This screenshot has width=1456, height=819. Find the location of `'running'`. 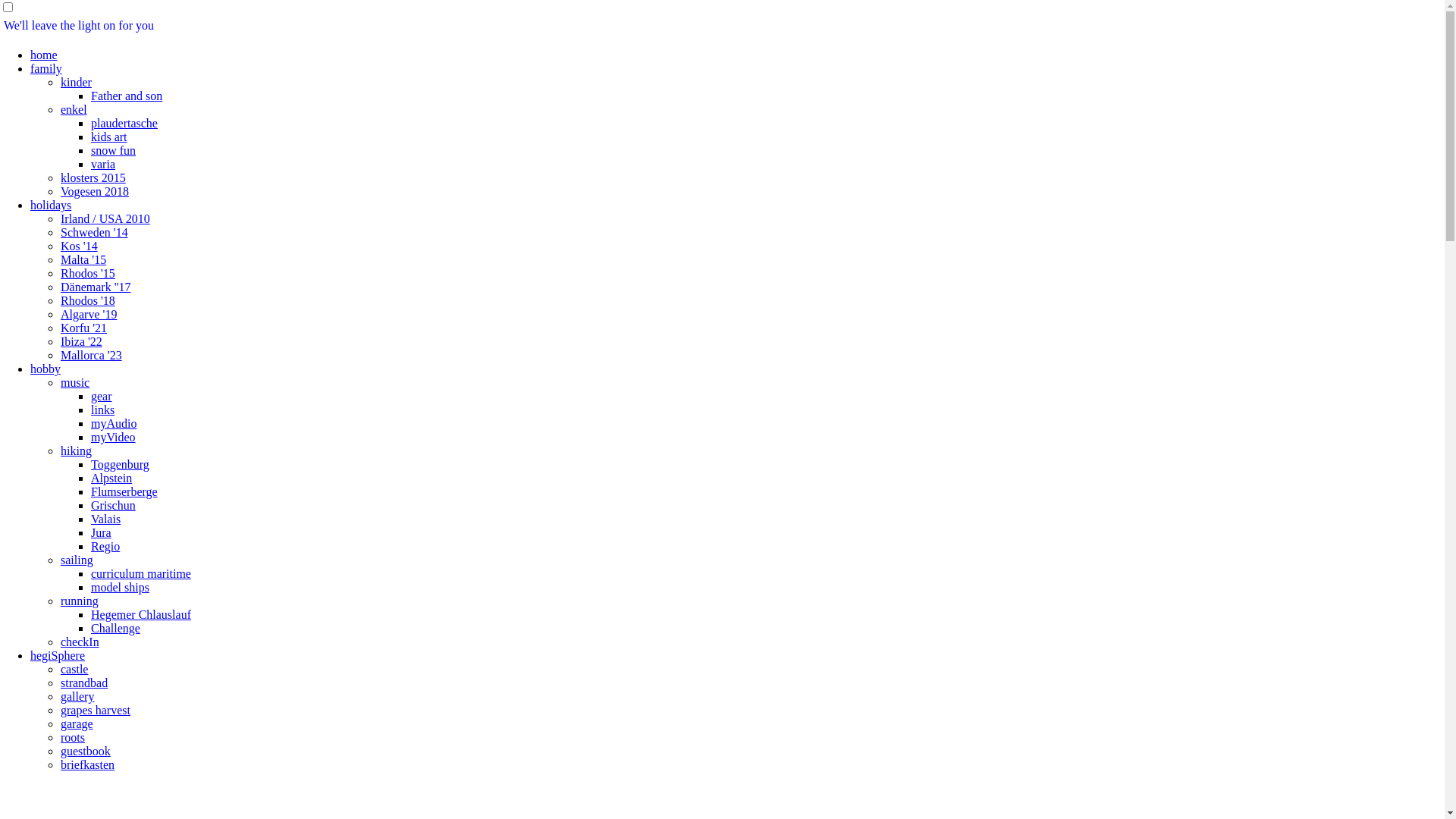

'running' is located at coordinates (61, 600).